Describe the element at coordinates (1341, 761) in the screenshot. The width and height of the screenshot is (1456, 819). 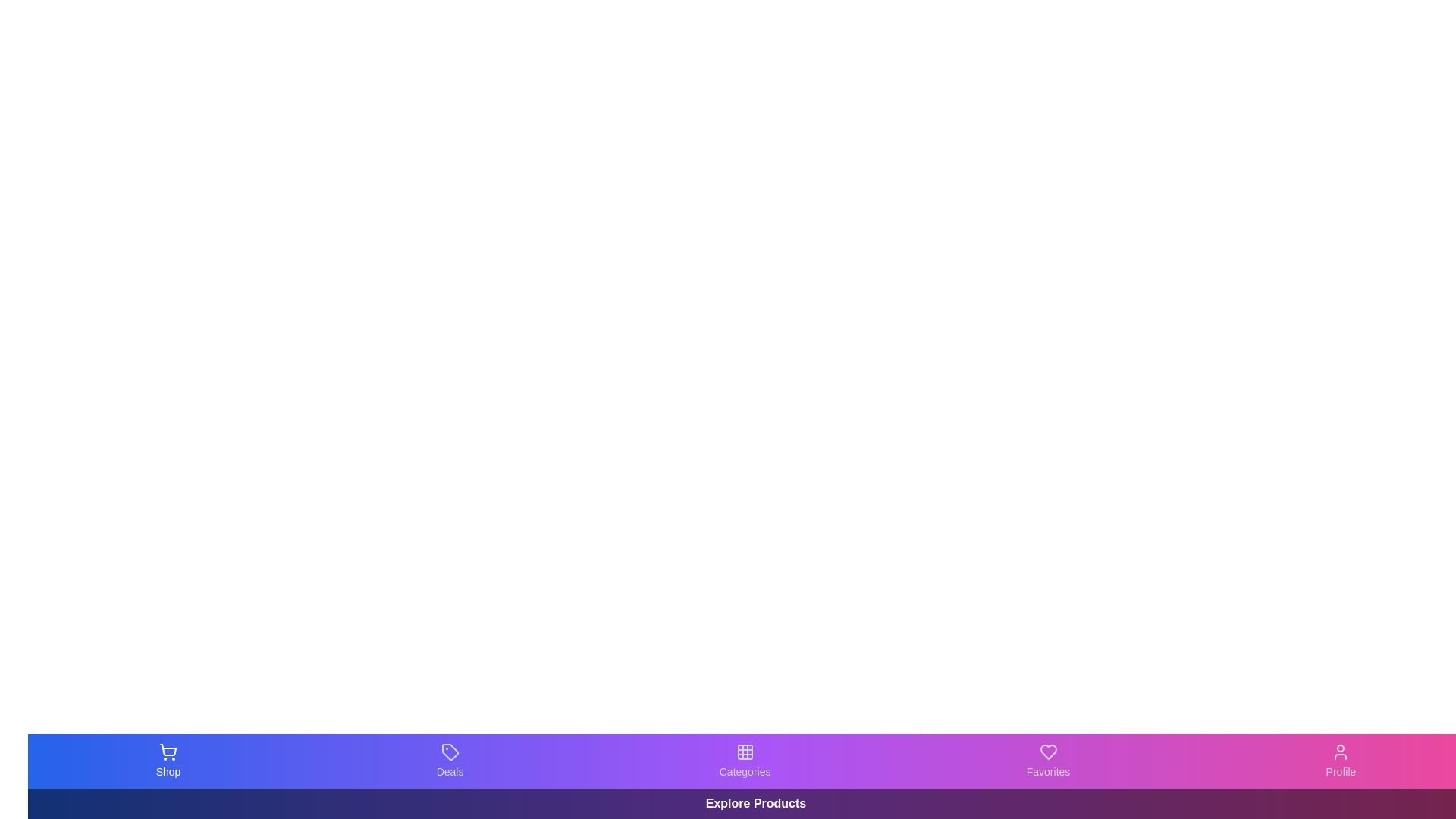
I see `the button labeled Profile to inspect its visual hover effect` at that location.